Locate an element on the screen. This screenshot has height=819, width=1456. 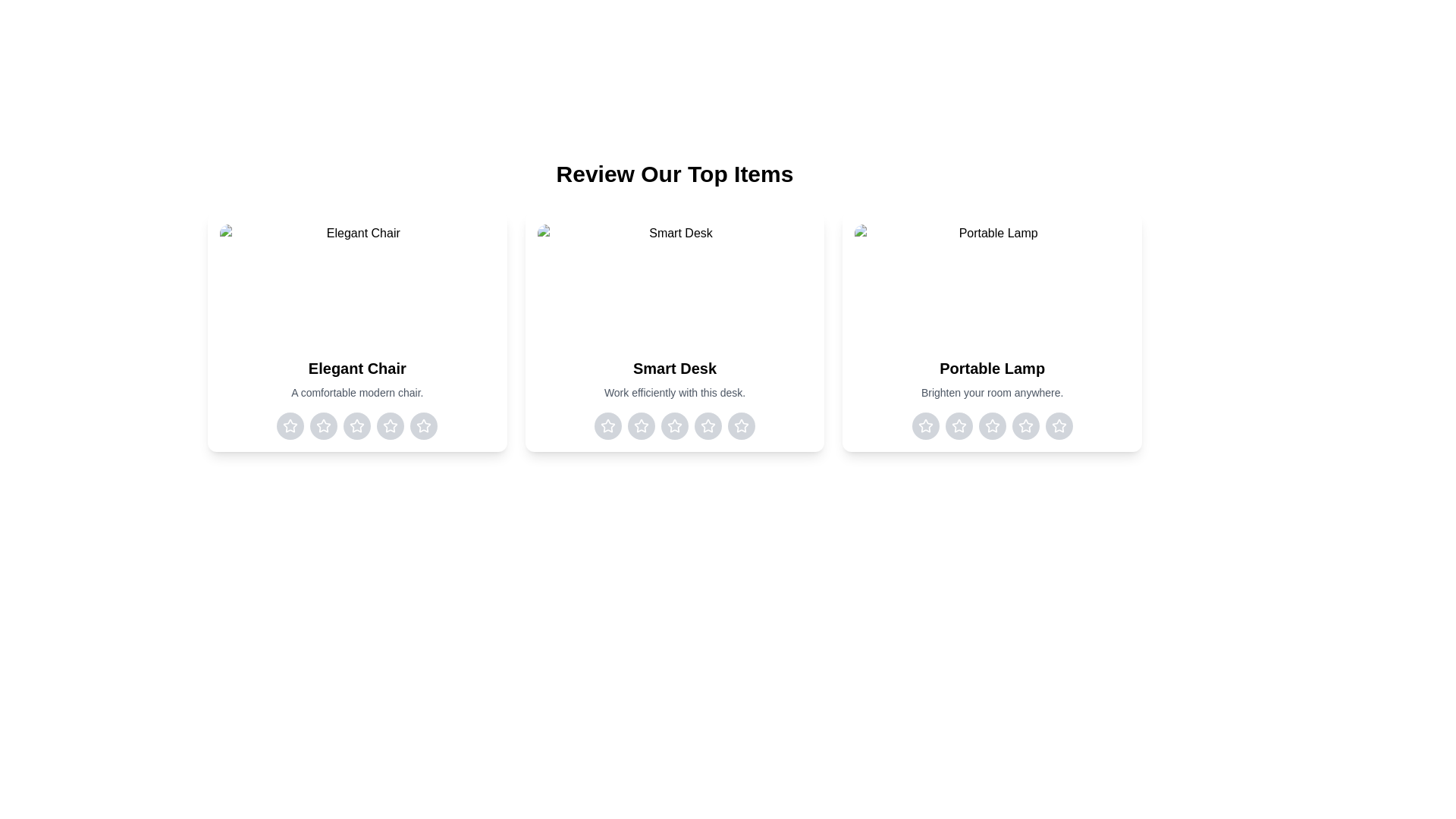
the rating for the item 'Portable Lamp' to 1 stars is located at coordinates (924, 426).